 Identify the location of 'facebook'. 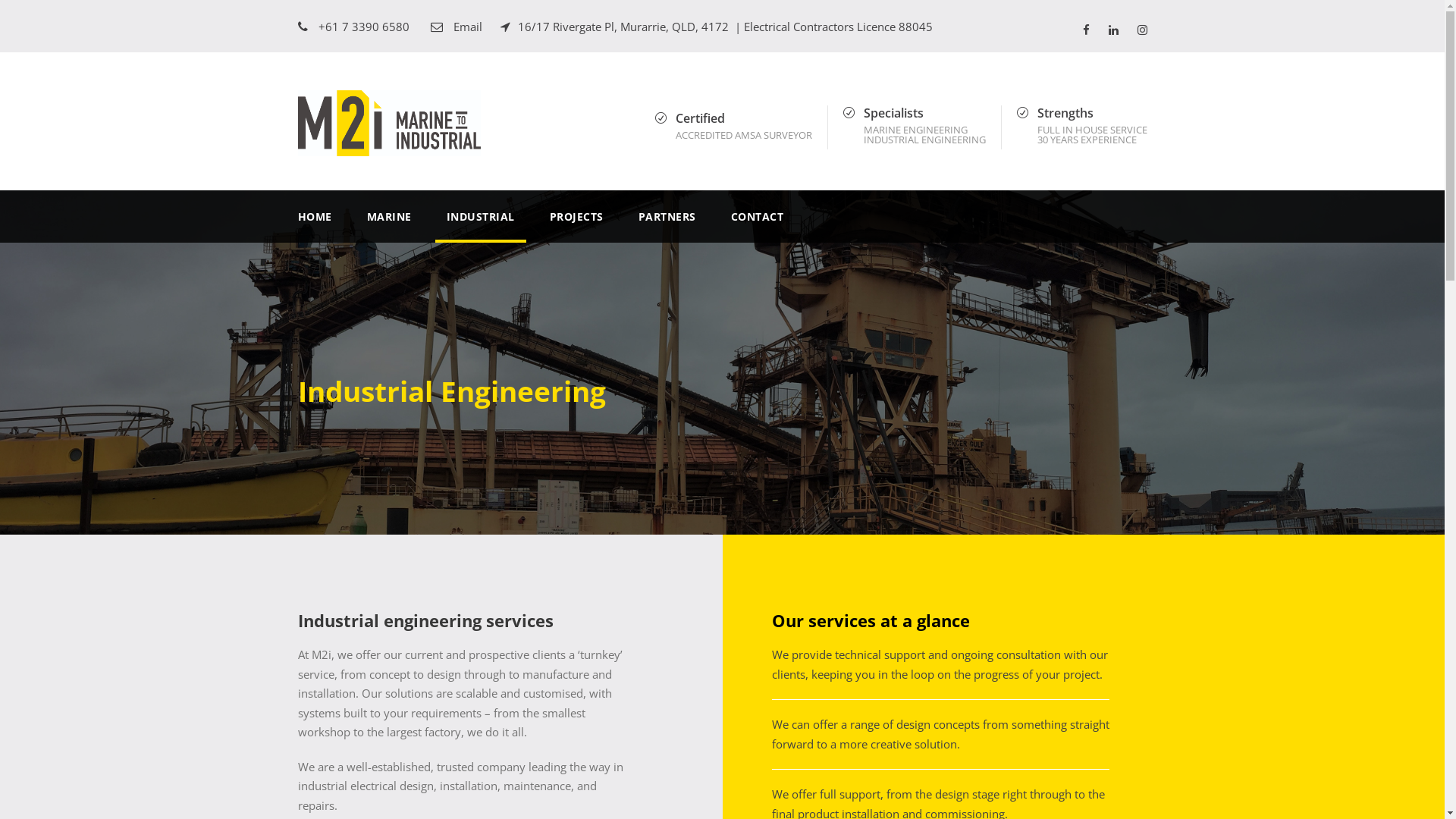
(1085, 29).